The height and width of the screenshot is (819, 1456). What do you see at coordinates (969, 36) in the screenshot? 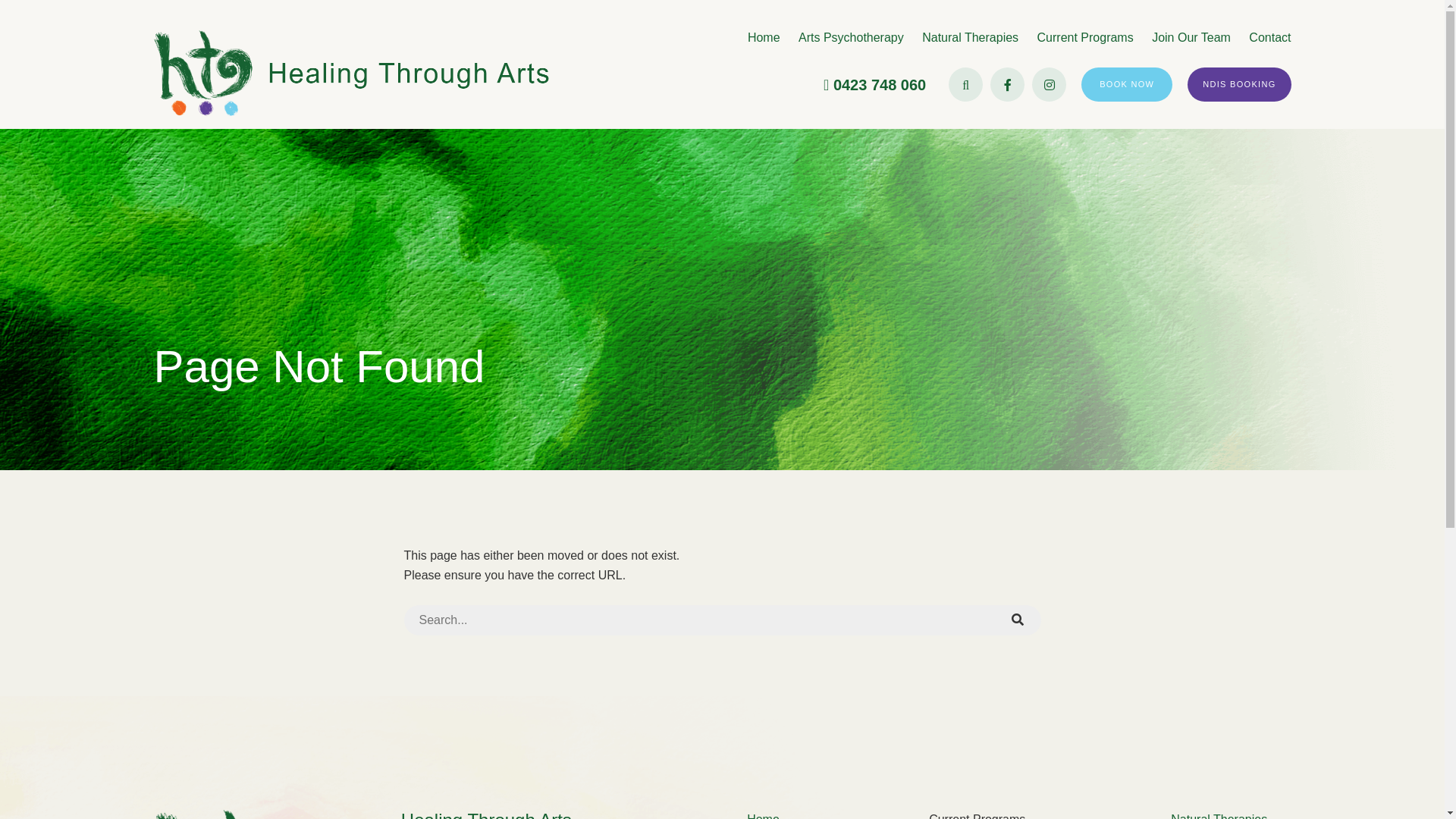
I see `'Natural Therapies'` at bounding box center [969, 36].